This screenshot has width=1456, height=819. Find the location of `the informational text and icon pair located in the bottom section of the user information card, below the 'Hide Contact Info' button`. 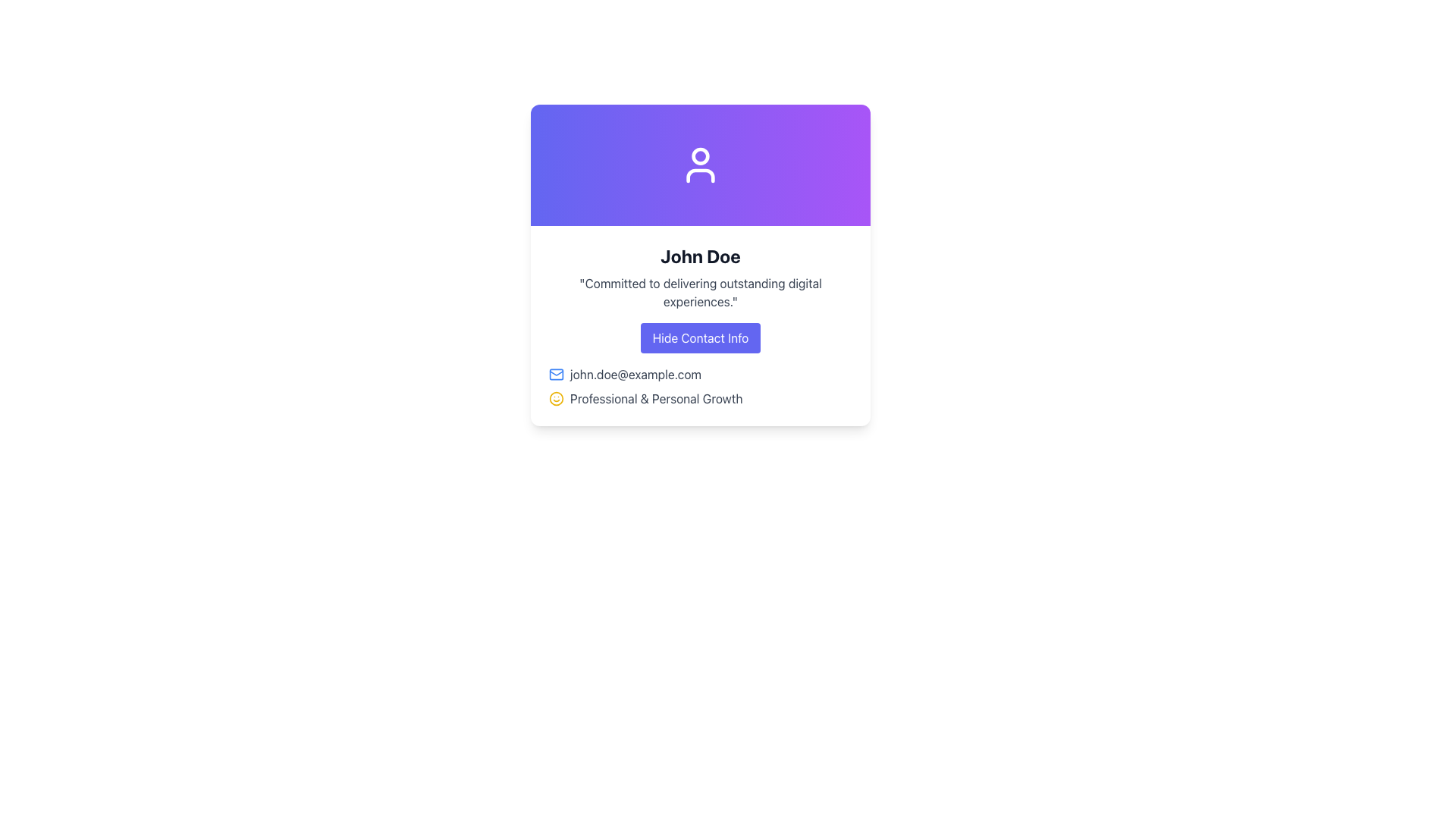

the informational text and icon pair located in the bottom section of the user information card, below the 'Hide Contact Info' button is located at coordinates (700, 385).